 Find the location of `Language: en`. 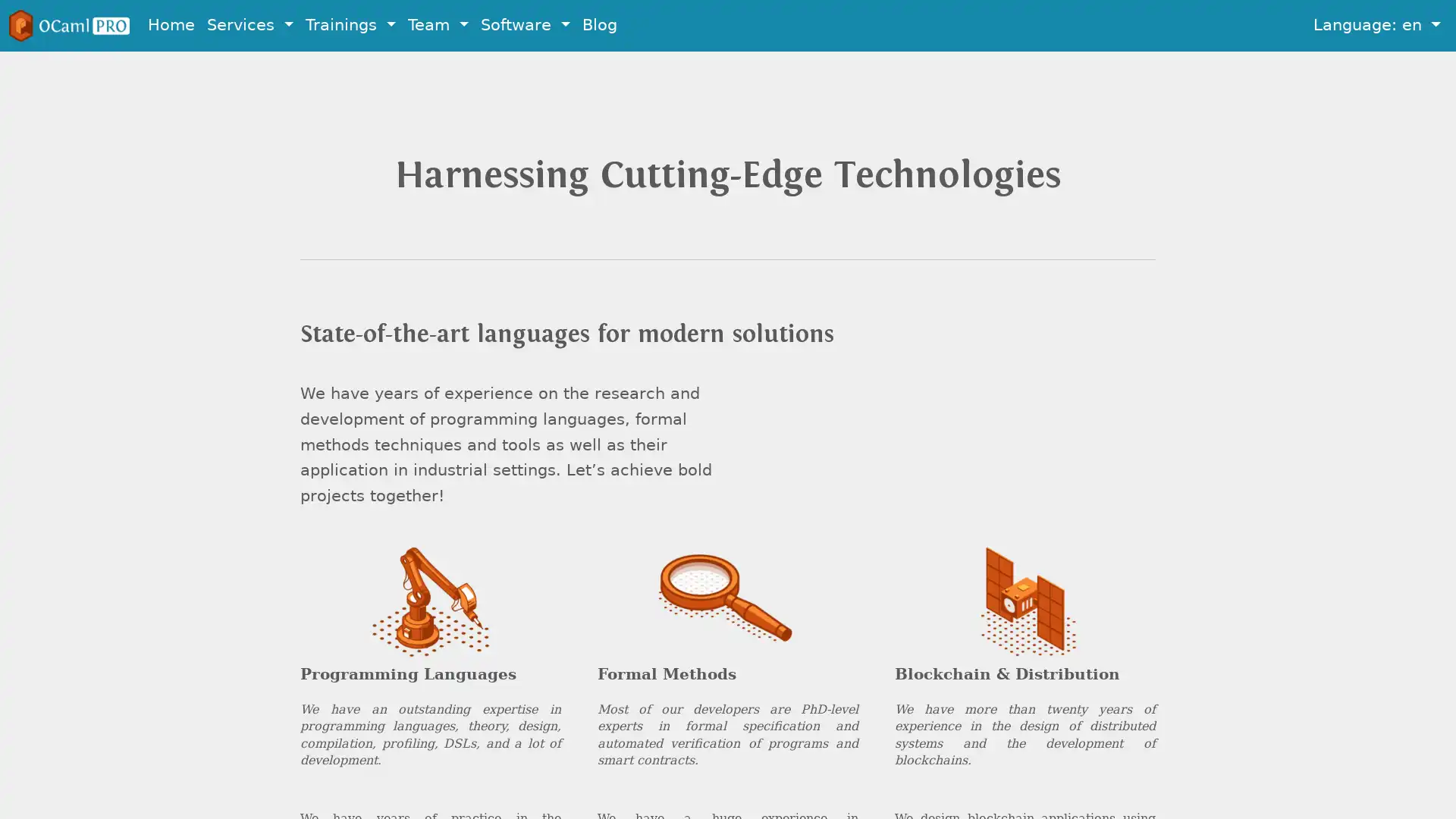

Language: en is located at coordinates (1376, 25).